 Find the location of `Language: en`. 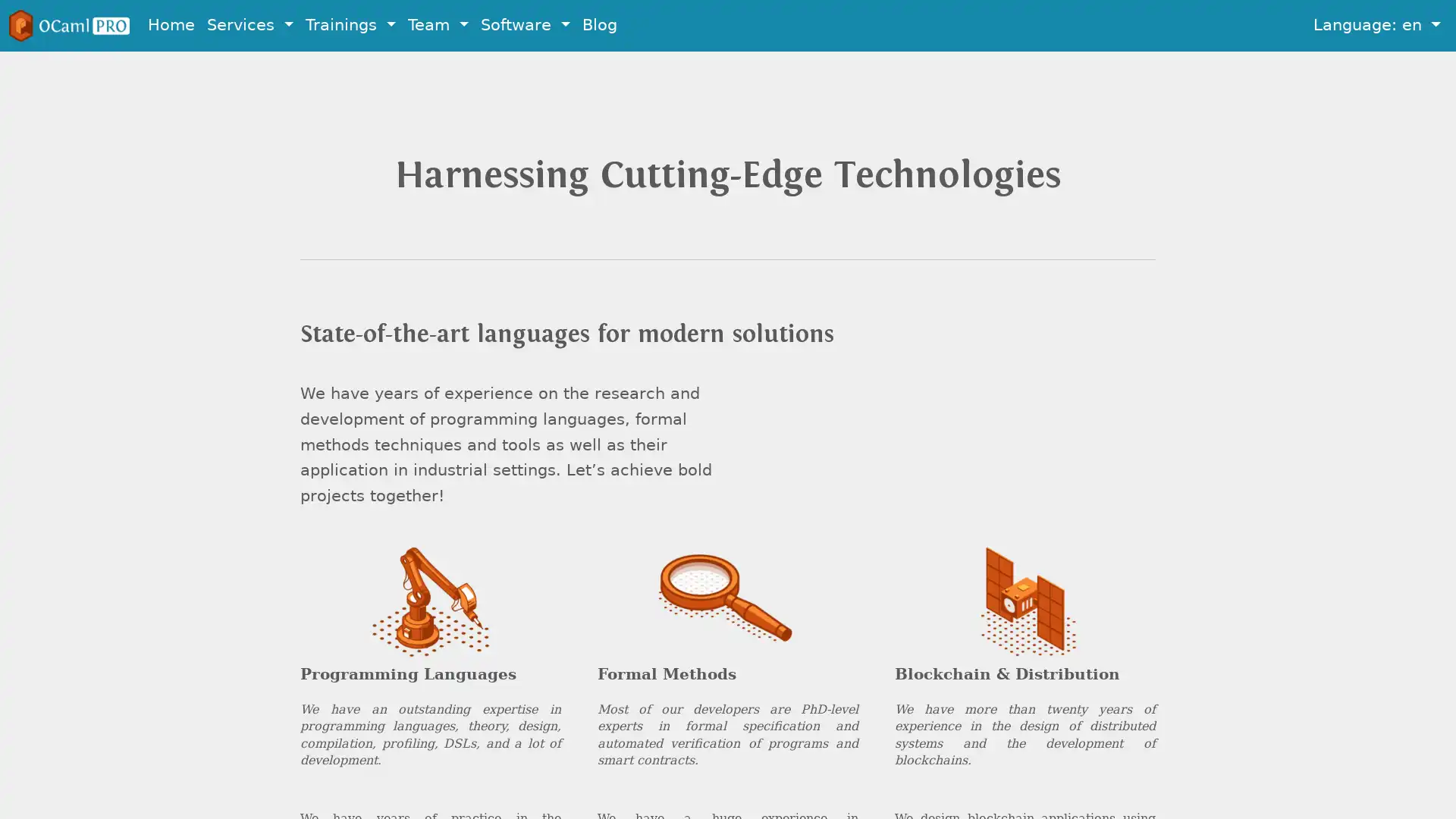

Language: en is located at coordinates (1376, 25).